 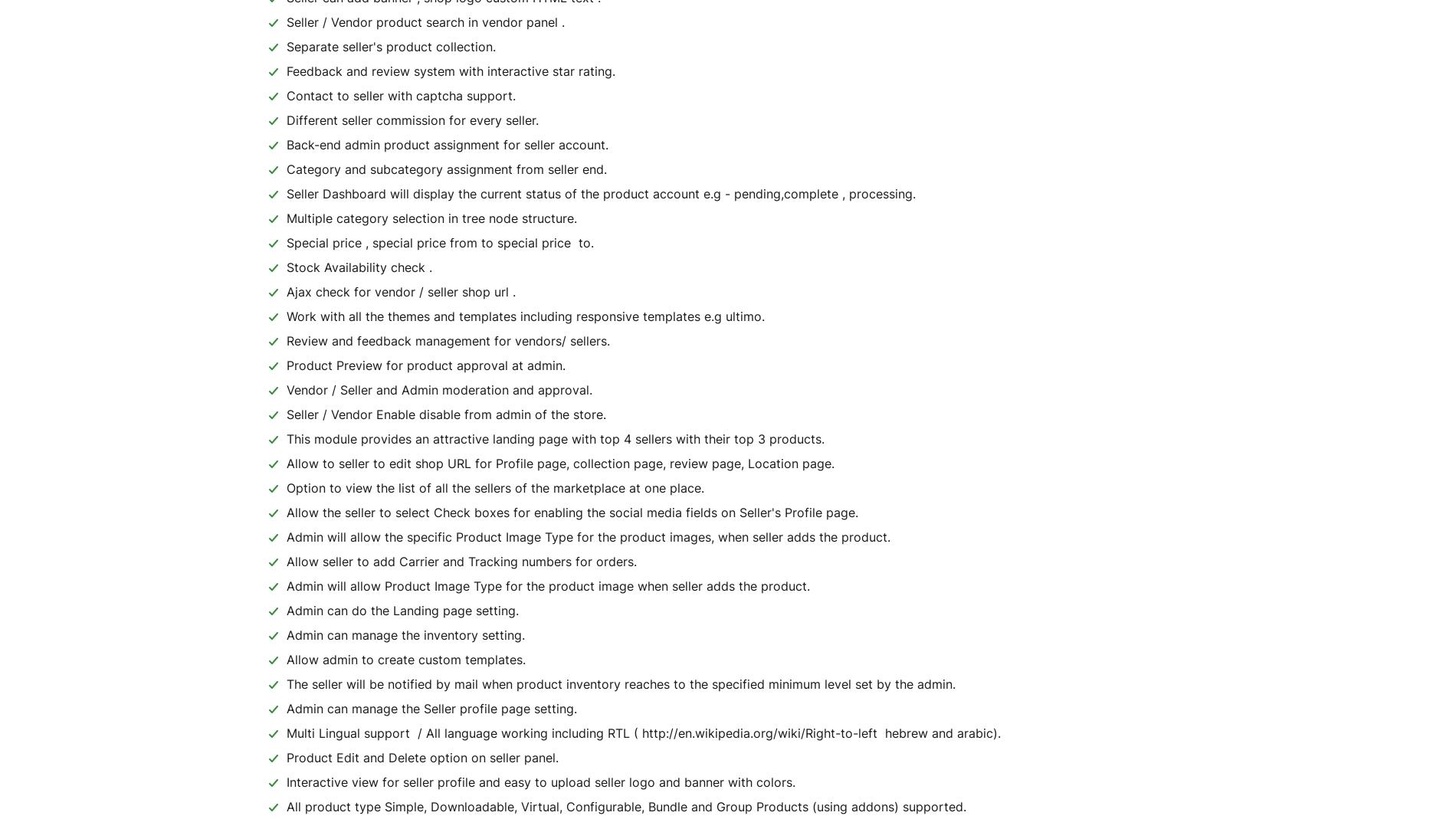 I want to click on 'Allow to seller to edit shop URL for Profile page, collection page, review page, Location page.', so click(x=559, y=463).